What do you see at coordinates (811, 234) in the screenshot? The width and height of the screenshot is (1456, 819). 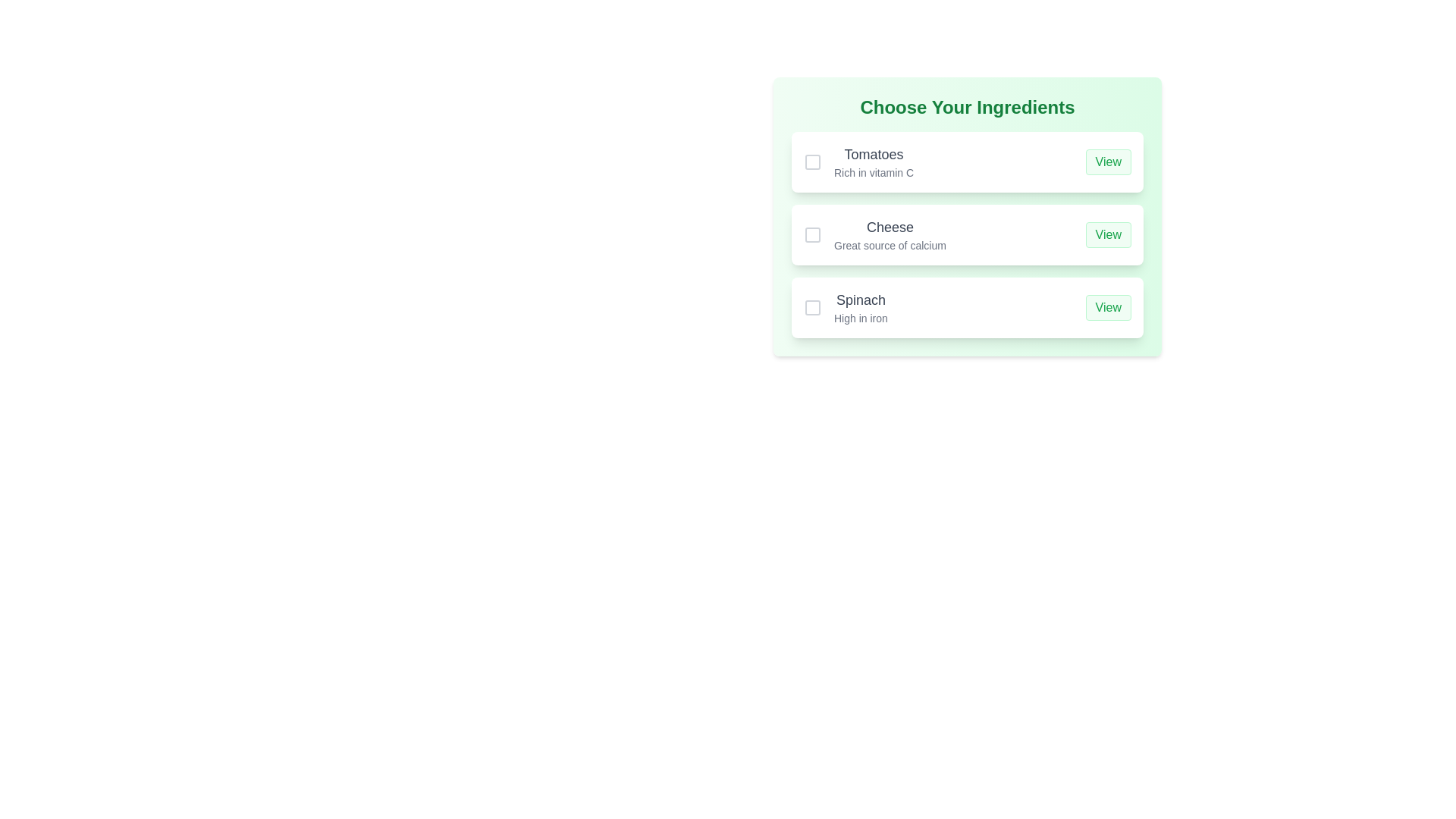 I see `the checkbox located to the left of the 'Cheese' label in the 'Choose Your Ingredients' list` at bounding box center [811, 234].